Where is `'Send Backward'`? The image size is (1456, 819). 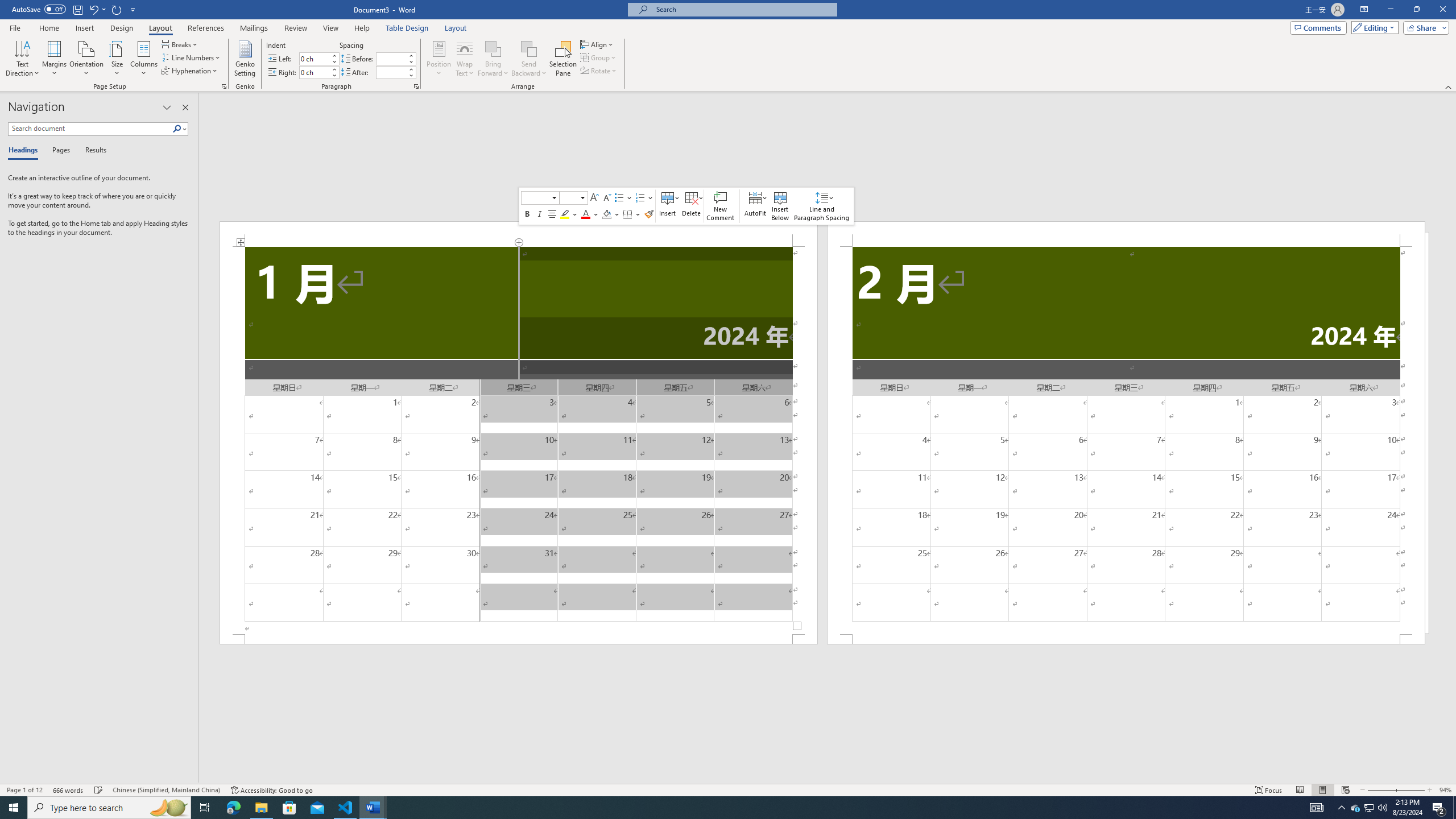
'Send Backward' is located at coordinates (528, 48).